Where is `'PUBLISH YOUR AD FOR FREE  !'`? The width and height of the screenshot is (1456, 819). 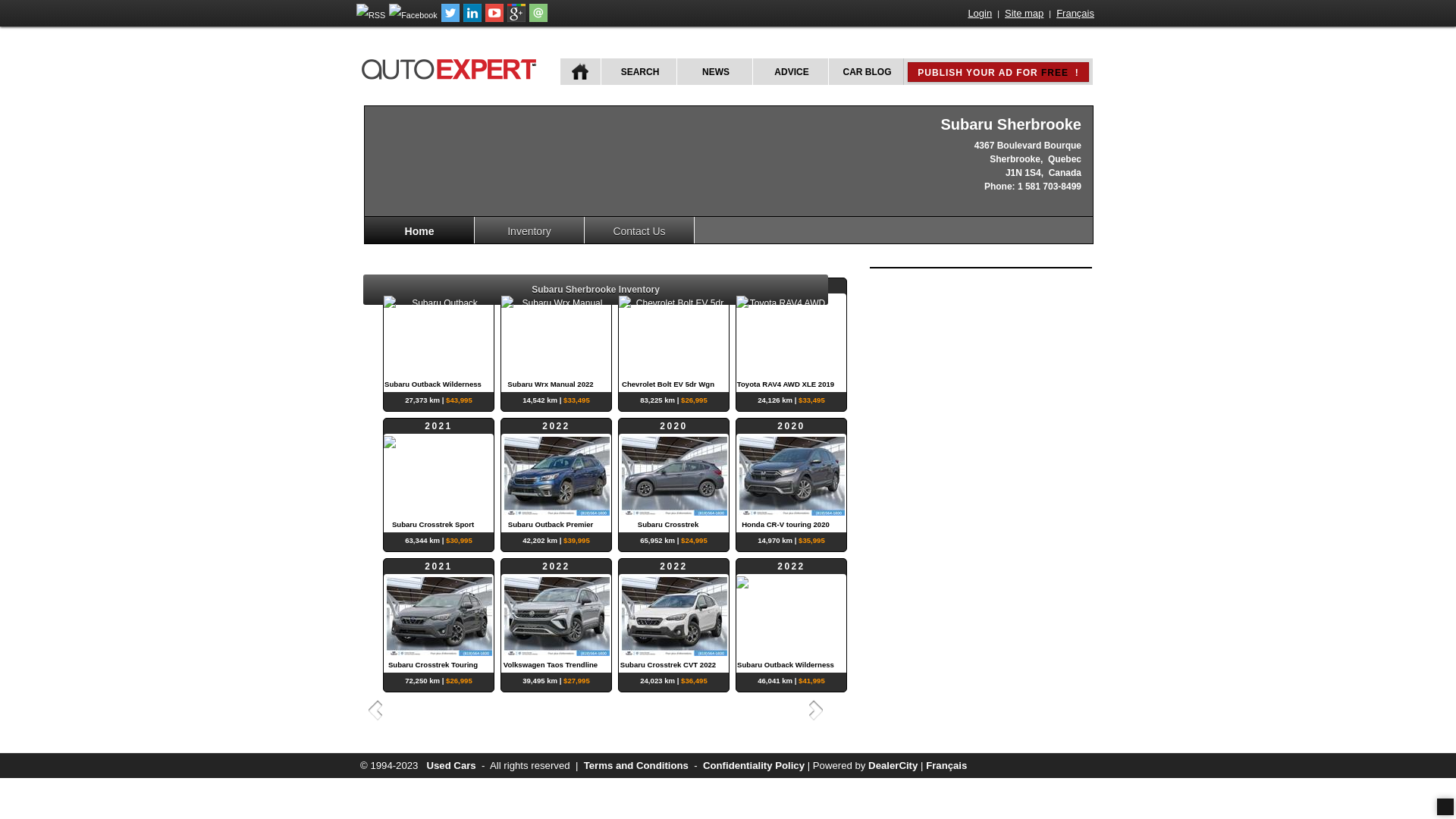
'PUBLISH YOUR AD FOR FREE  !' is located at coordinates (997, 72).